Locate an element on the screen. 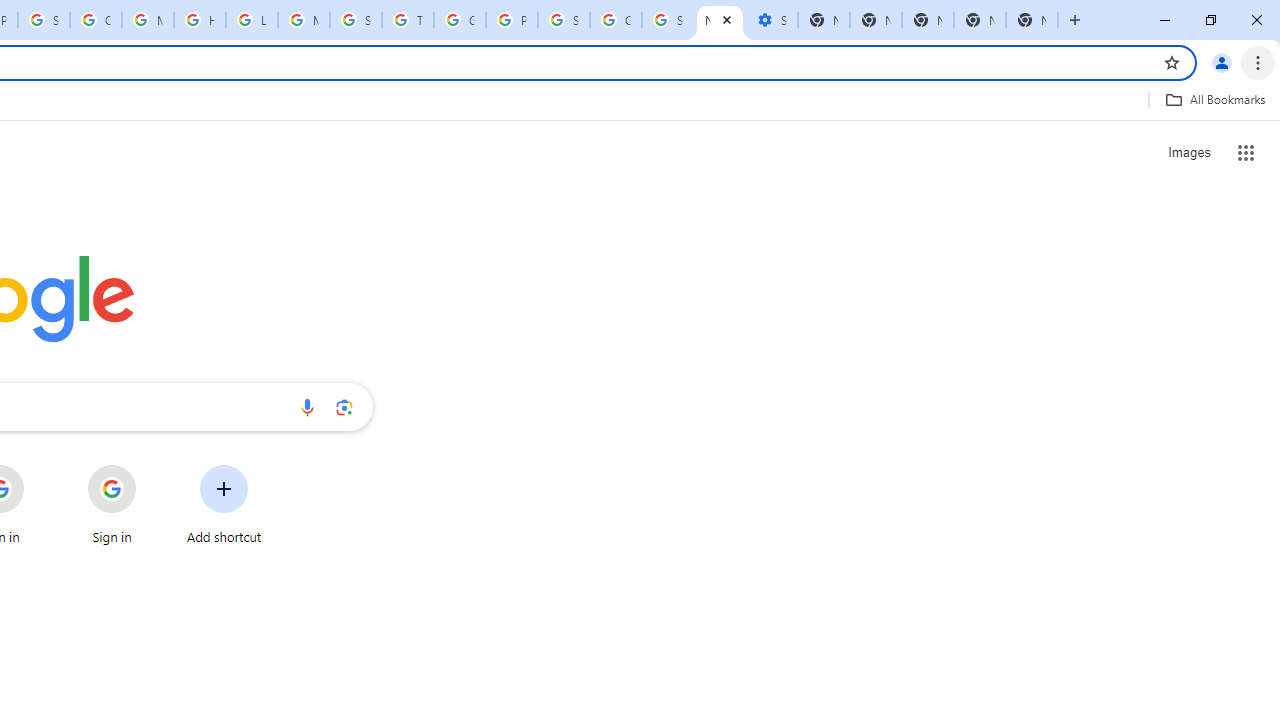 The height and width of the screenshot is (720, 1280). 'Search by voice' is located at coordinates (306, 406).